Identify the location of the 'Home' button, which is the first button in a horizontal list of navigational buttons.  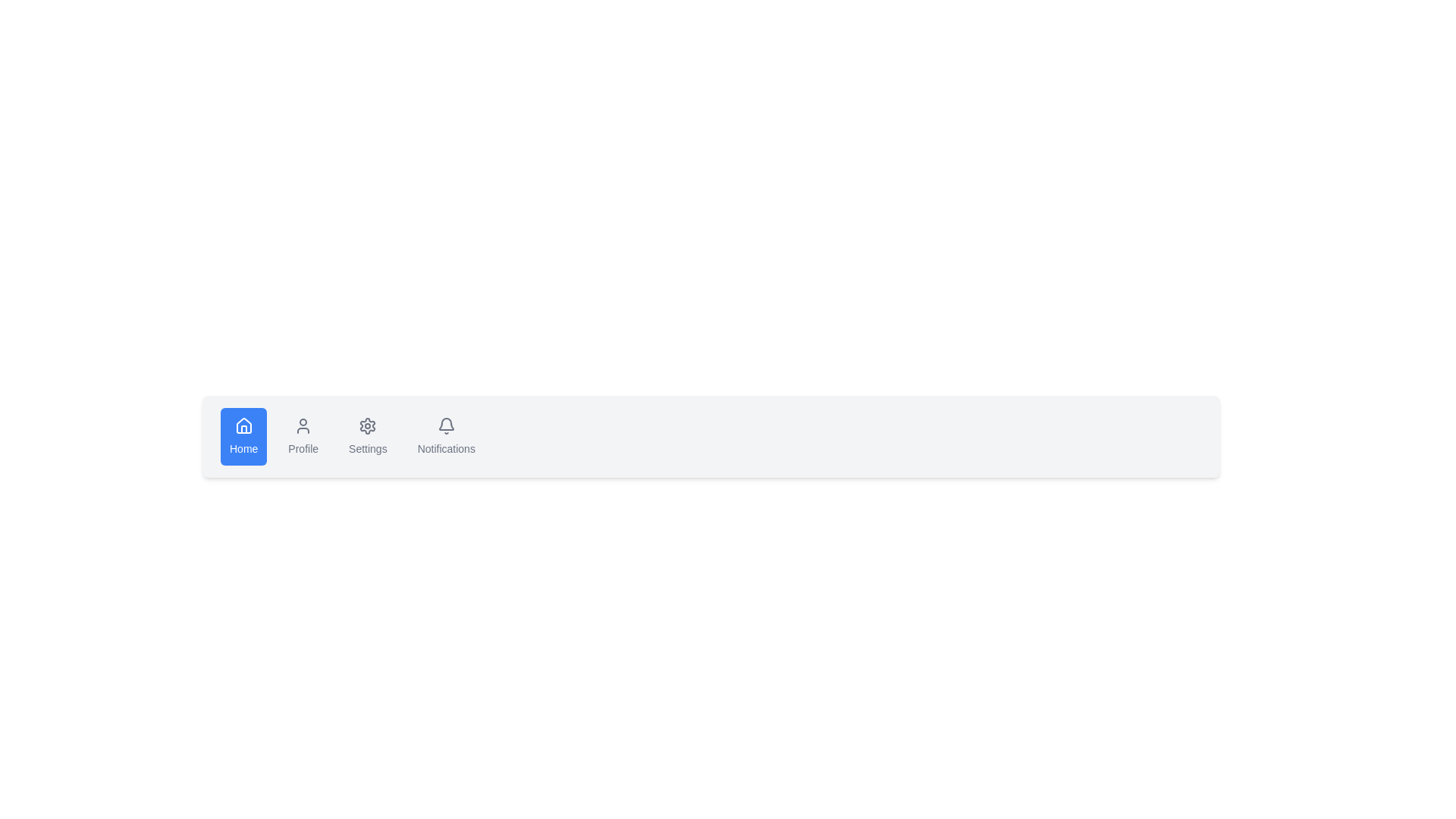
(243, 436).